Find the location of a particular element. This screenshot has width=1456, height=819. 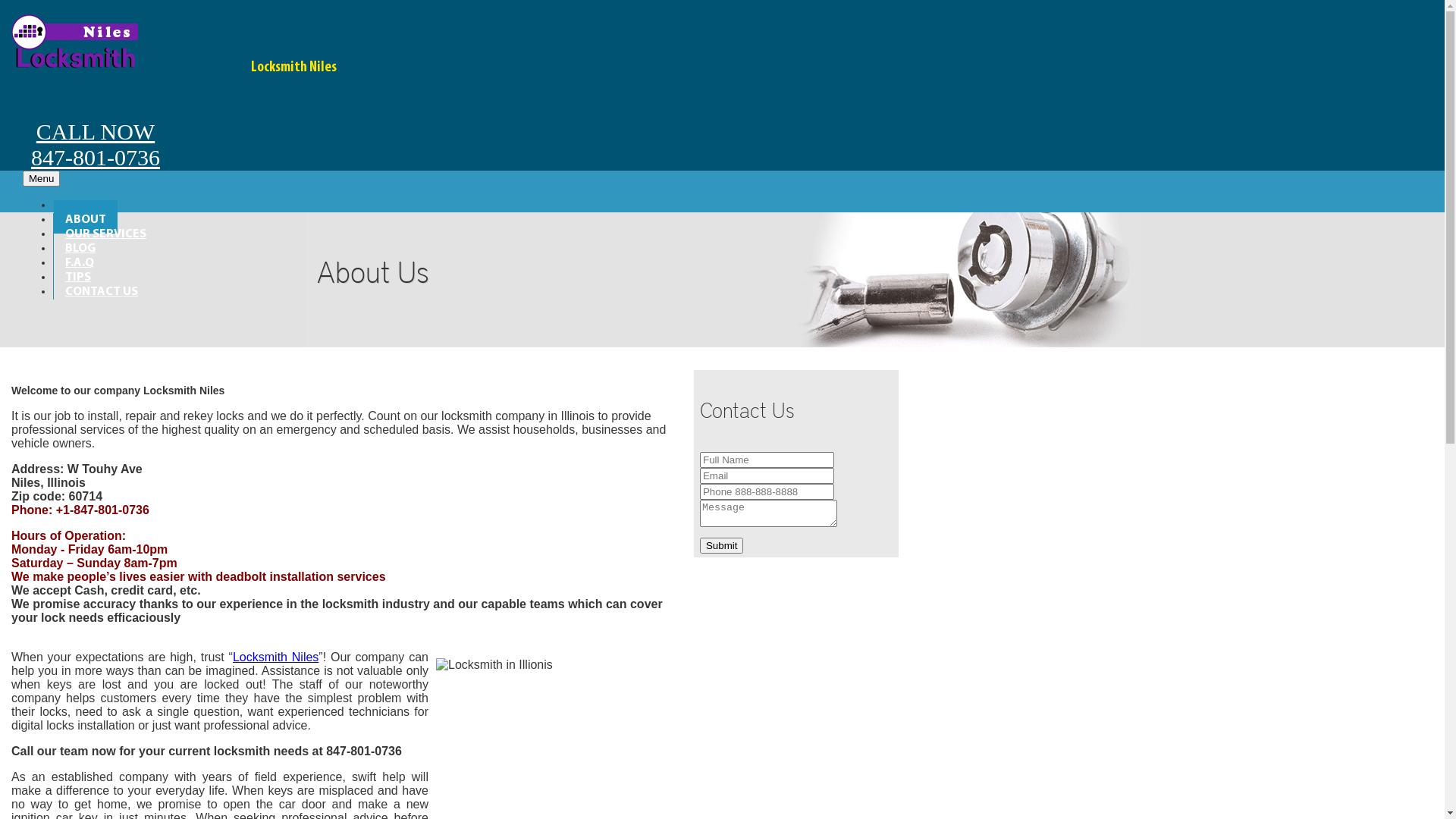

'Menu' is located at coordinates (41, 177).